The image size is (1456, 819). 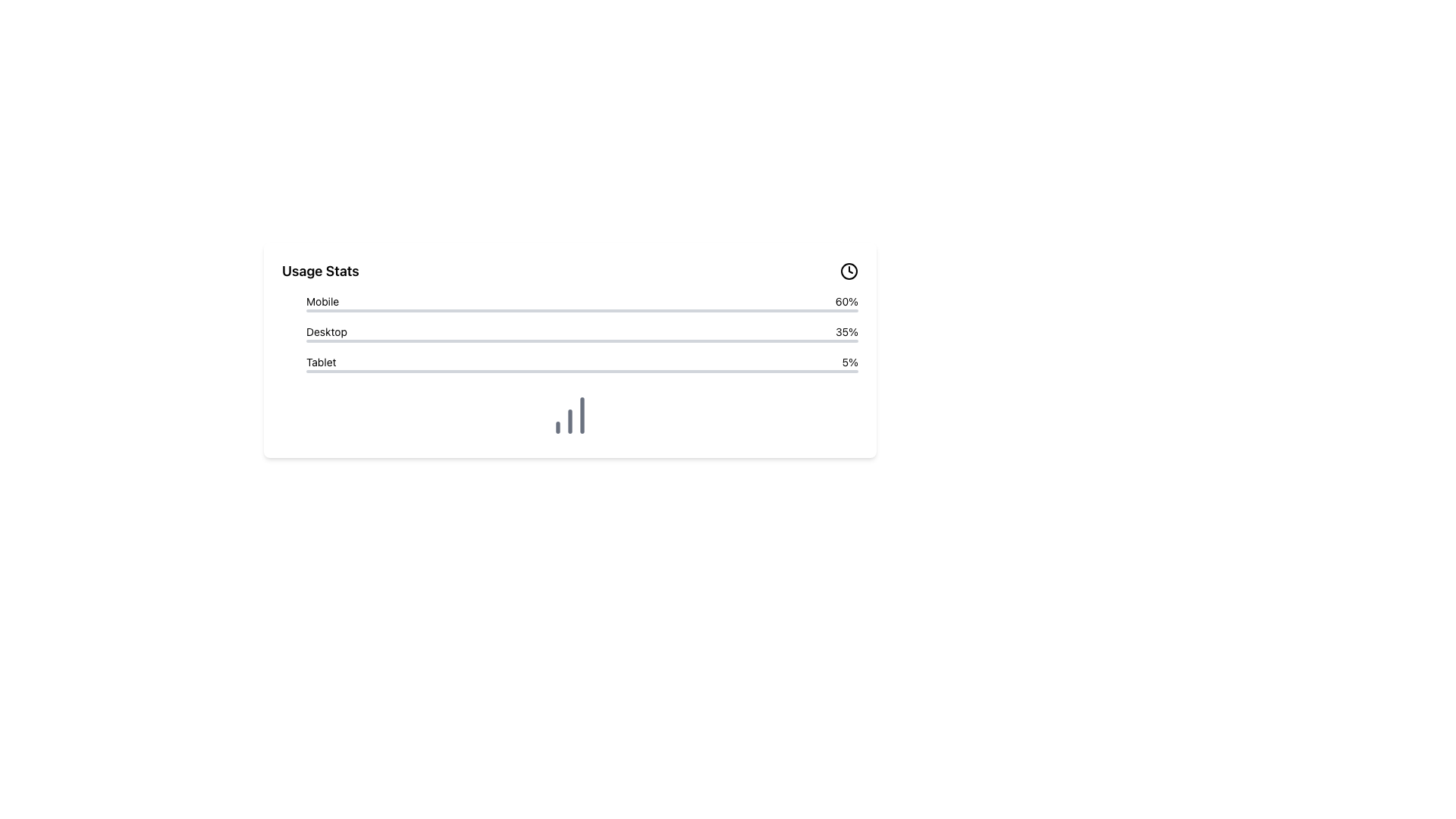 What do you see at coordinates (582, 362) in the screenshot?
I see `displayed text of the text-based information row showing 'Tablet' and '5%' in the Usage Stats section, located in the third row of the list` at bounding box center [582, 362].